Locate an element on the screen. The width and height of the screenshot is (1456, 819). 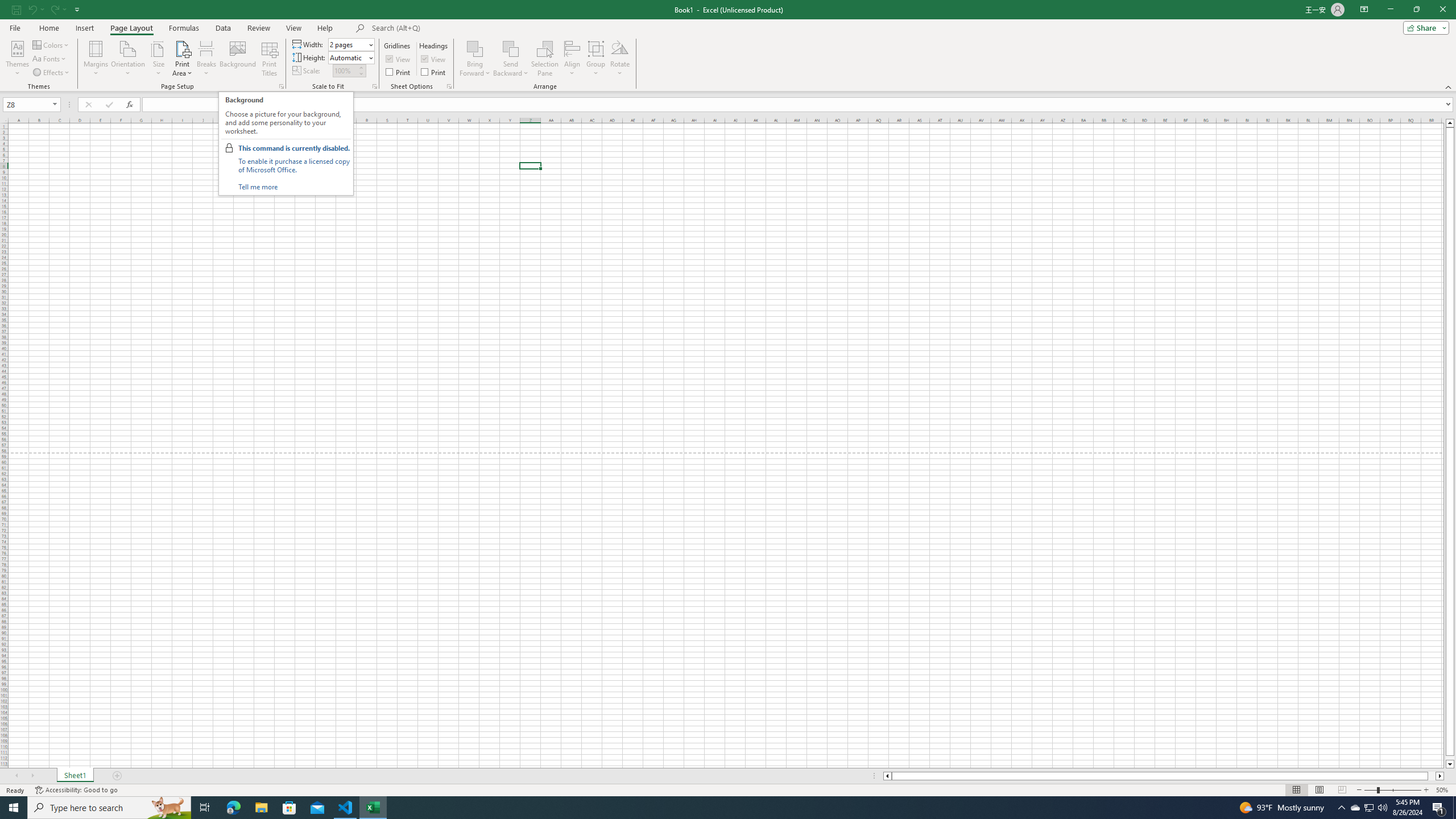
'More' is located at coordinates (360, 67).